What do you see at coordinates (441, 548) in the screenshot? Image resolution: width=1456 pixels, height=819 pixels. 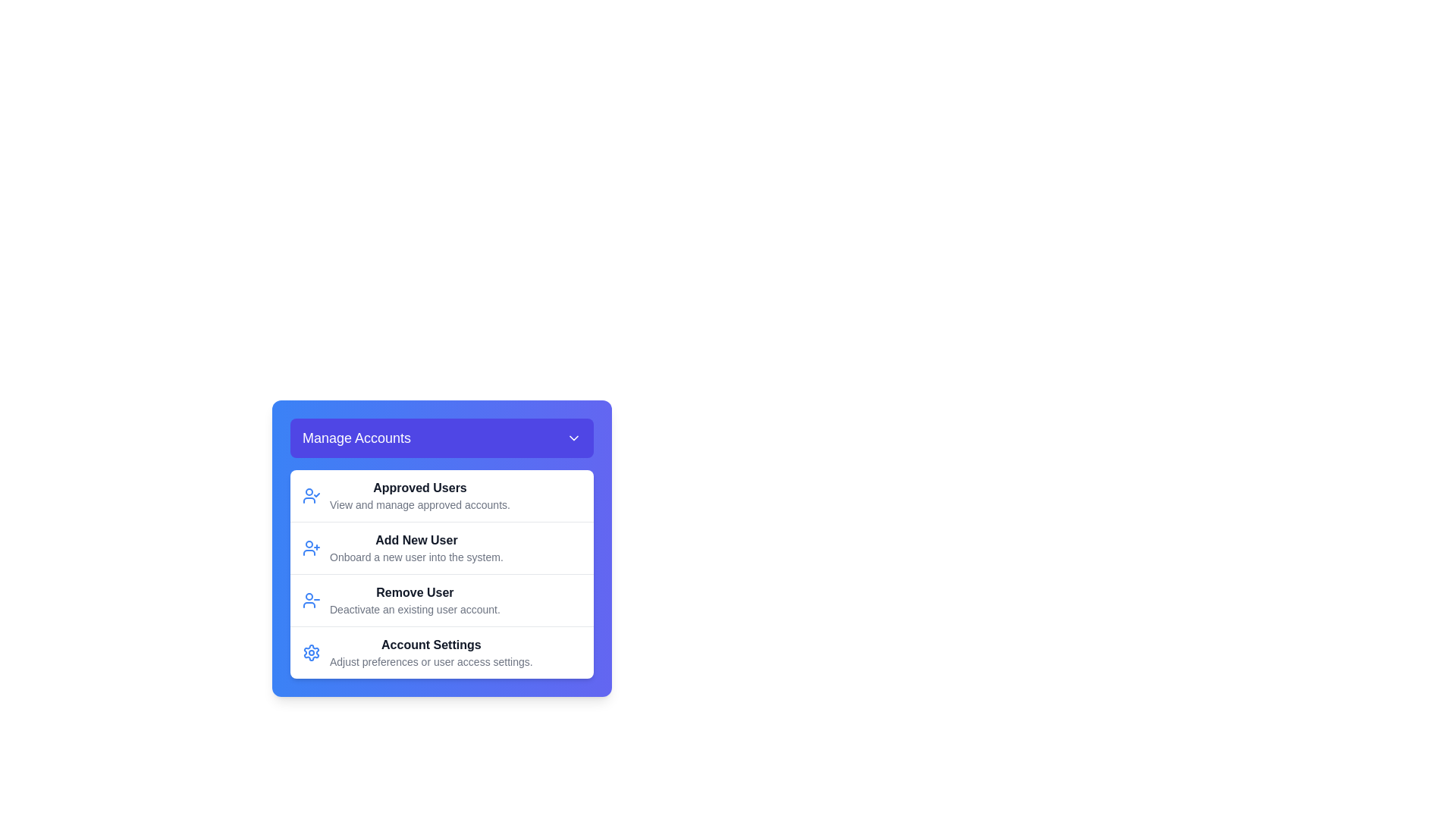 I see `the second list item labeled 'Add New User' with an icon and text to navigate to the new user onboarding page` at bounding box center [441, 548].